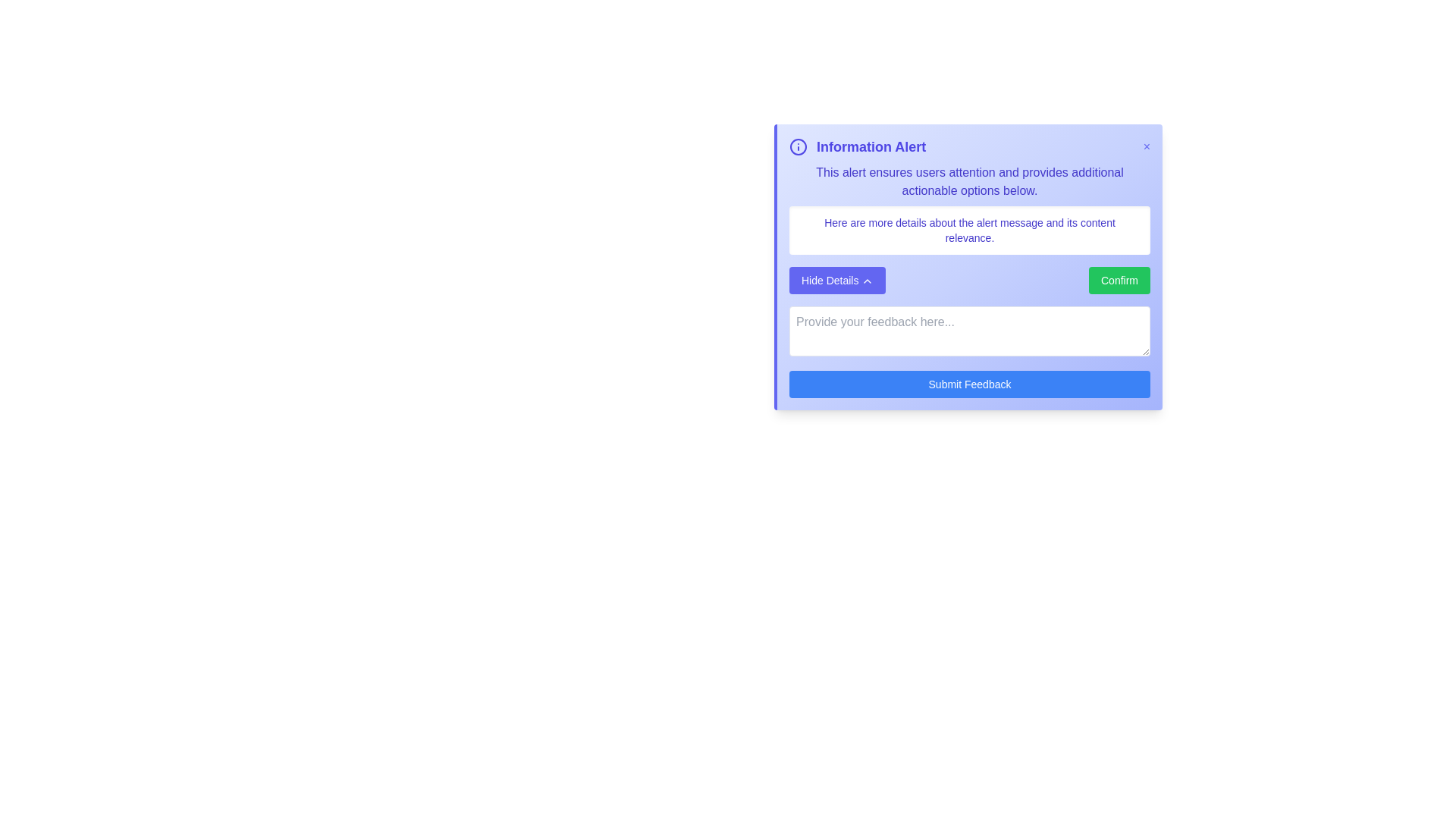 The width and height of the screenshot is (1456, 819). What do you see at coordinates (836, 281) in the screenshot?
I see `the 'Hide Details' button to toggle the visibility of additional details` at bounding box center [836, 281].